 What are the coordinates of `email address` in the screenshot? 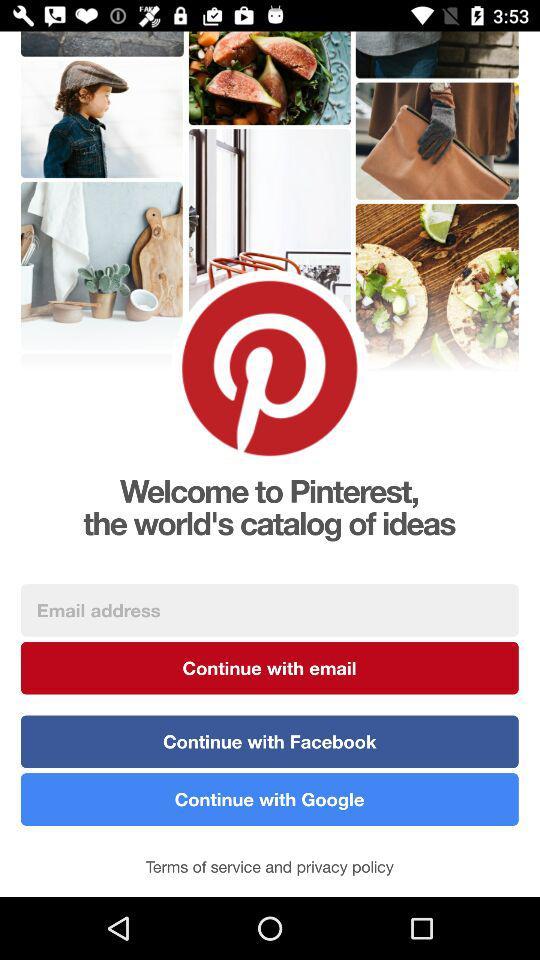 It's located at (269, 609).